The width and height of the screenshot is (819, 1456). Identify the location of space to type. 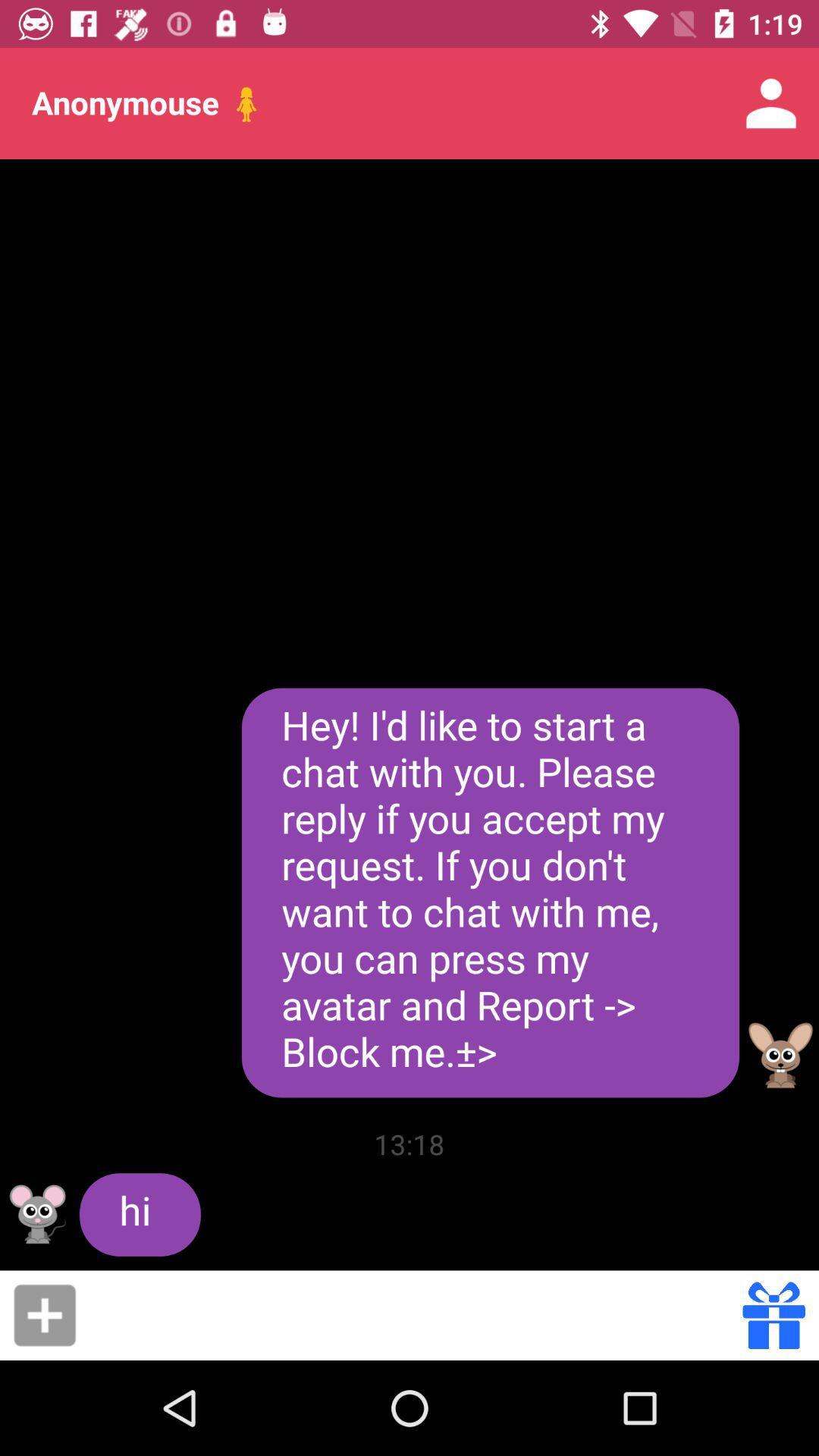
(414, 1314).